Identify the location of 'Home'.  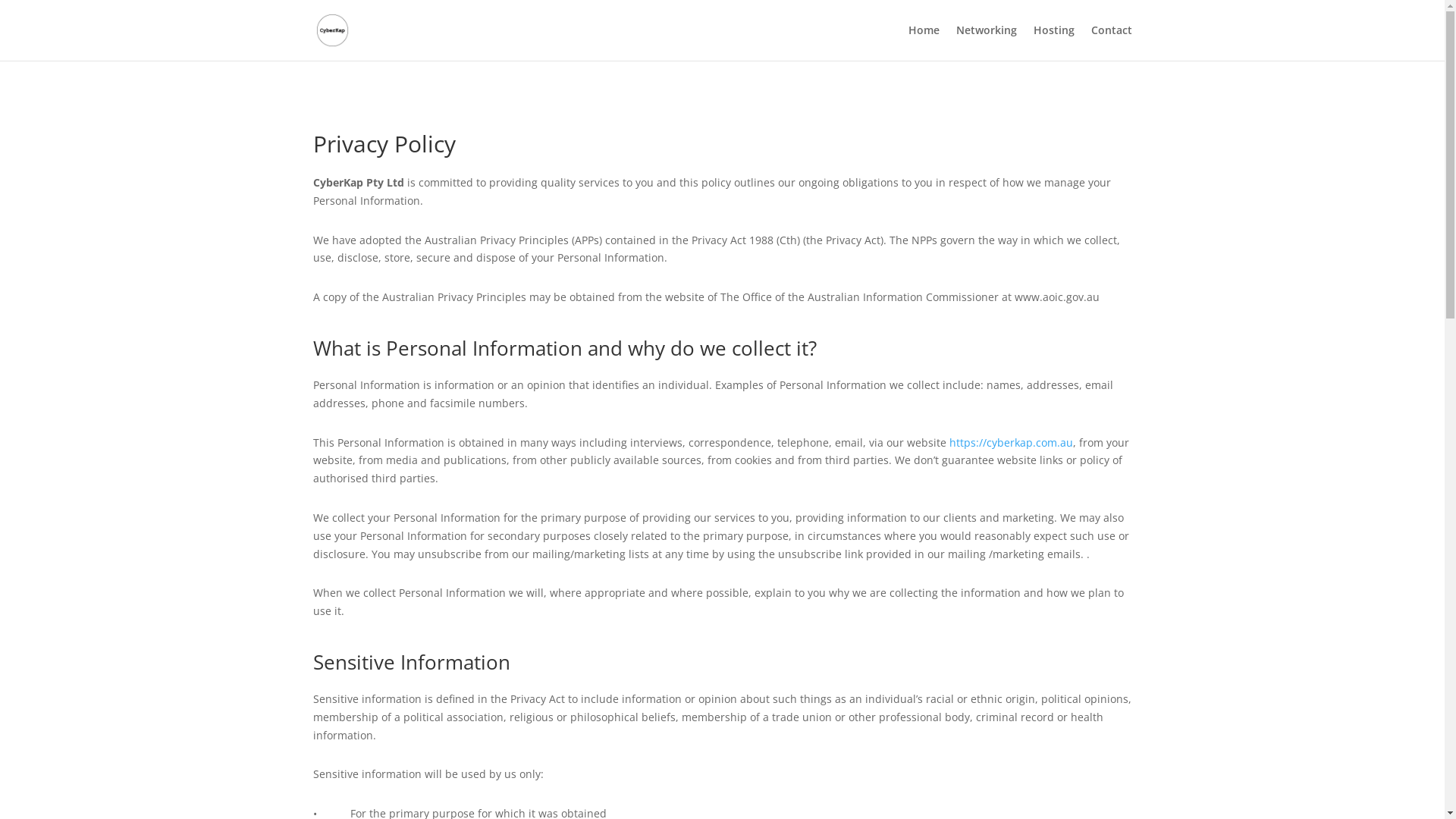
(908, 42).